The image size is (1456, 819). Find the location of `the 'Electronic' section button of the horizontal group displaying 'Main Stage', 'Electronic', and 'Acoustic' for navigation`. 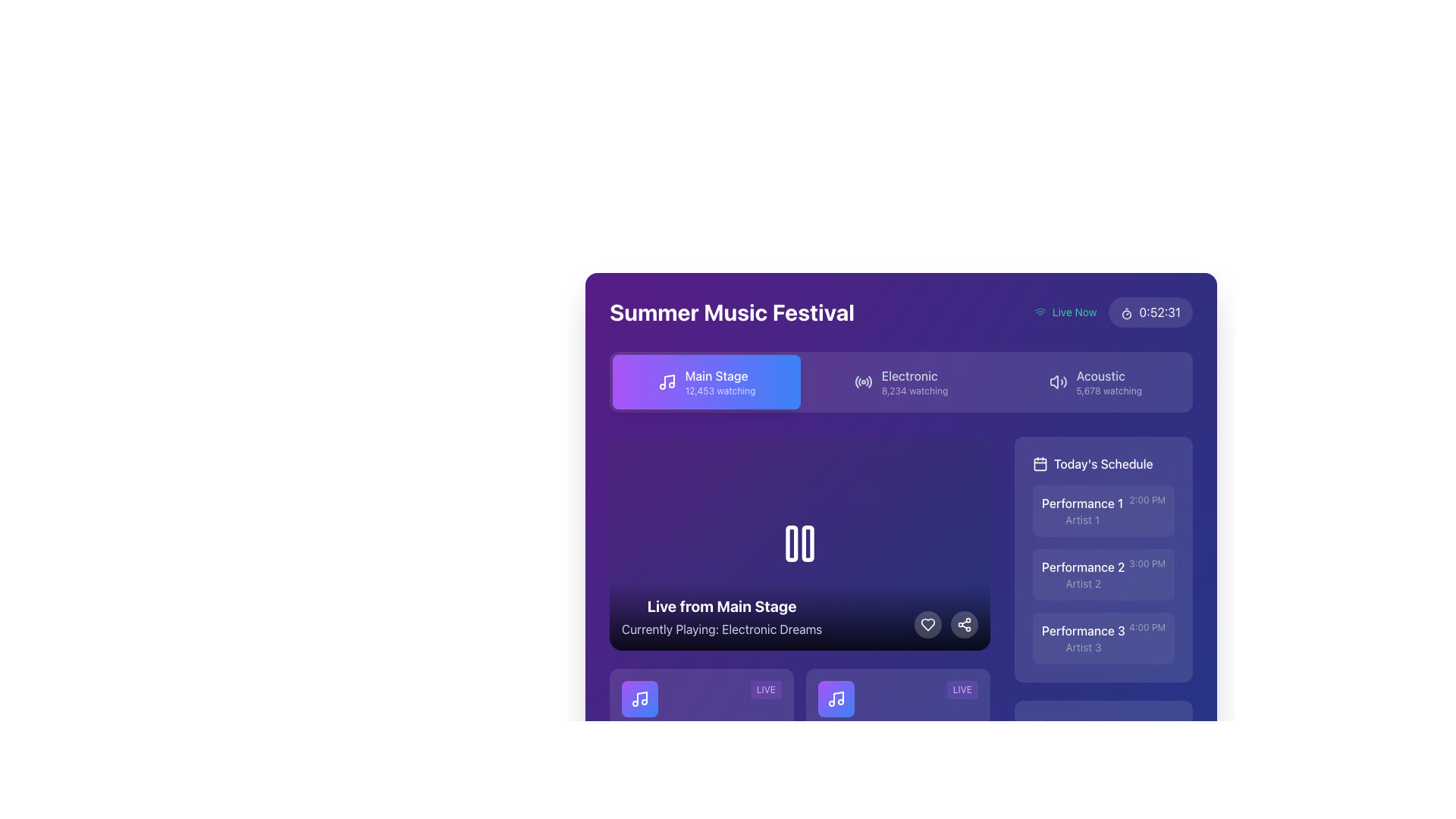

the 'Electronic' section button of the horizontal group displaying 'Main Stage', 'Electronic', and 'Acoustic' for navigation is located at coordinates (901, 381).